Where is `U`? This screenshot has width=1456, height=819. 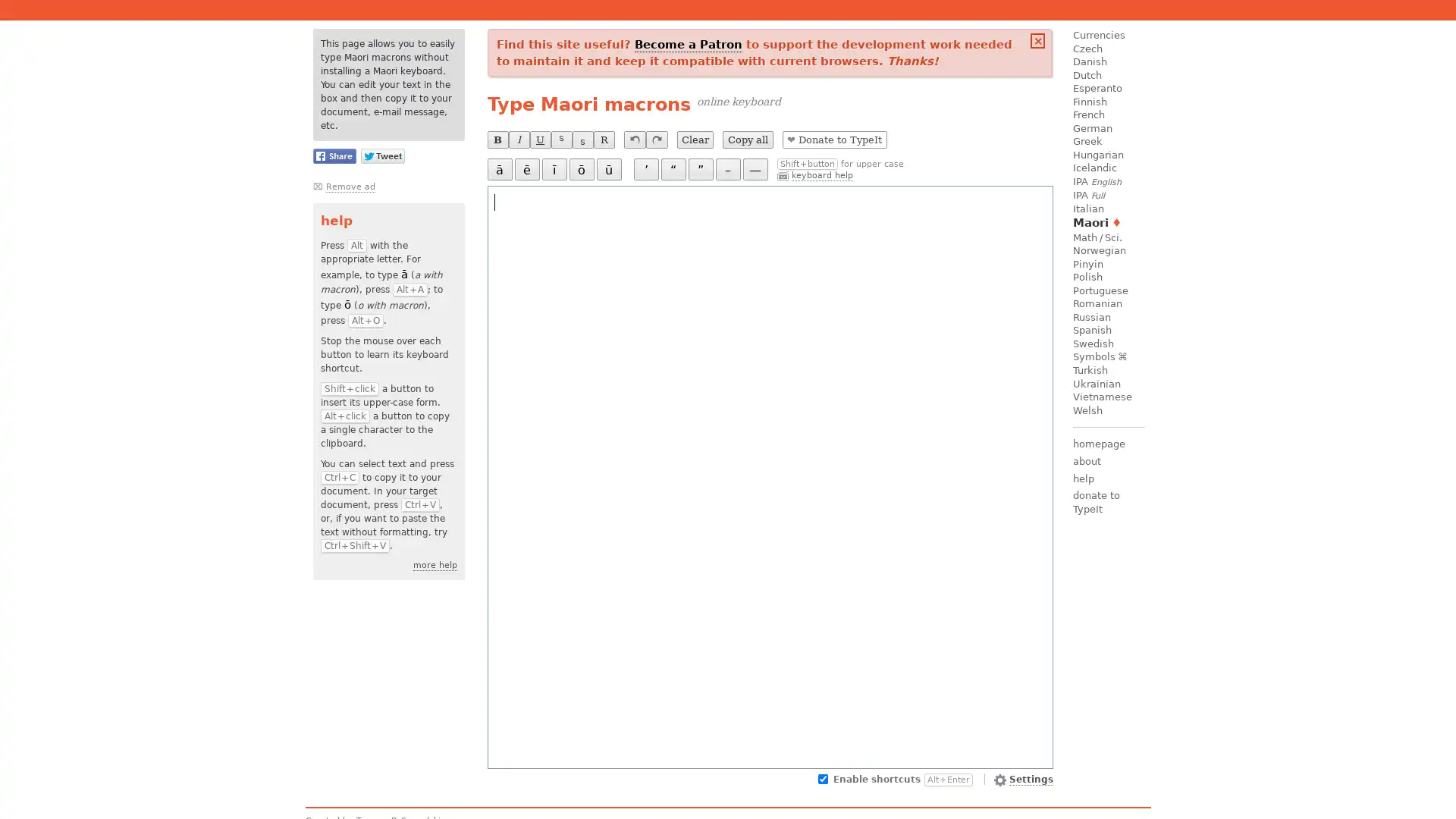 U is located at coordinates (539, 140).